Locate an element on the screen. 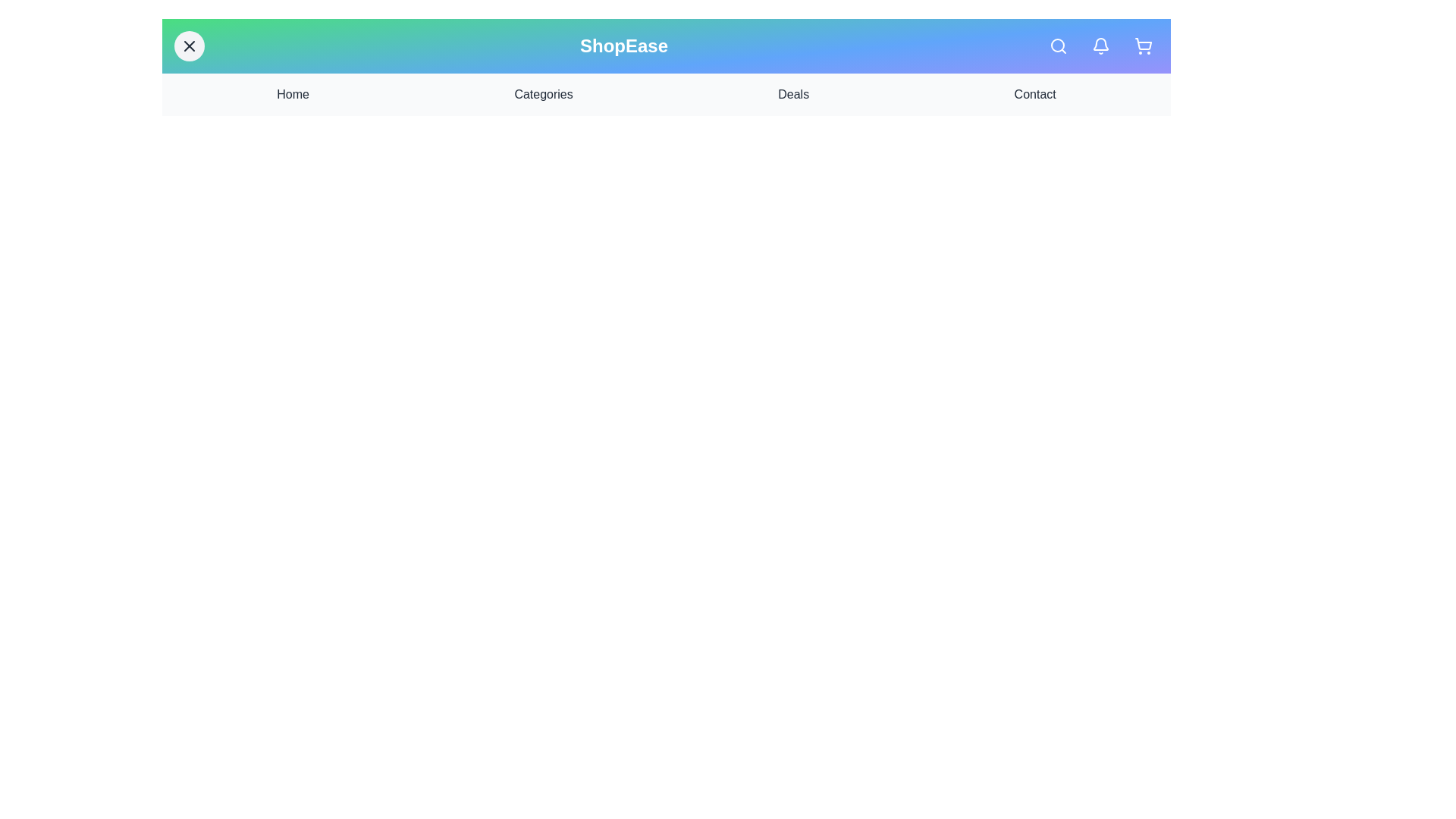 This screenshot has height=819, width=1456. the search icon in the navigation bar is located at coordinates (1057, 45).